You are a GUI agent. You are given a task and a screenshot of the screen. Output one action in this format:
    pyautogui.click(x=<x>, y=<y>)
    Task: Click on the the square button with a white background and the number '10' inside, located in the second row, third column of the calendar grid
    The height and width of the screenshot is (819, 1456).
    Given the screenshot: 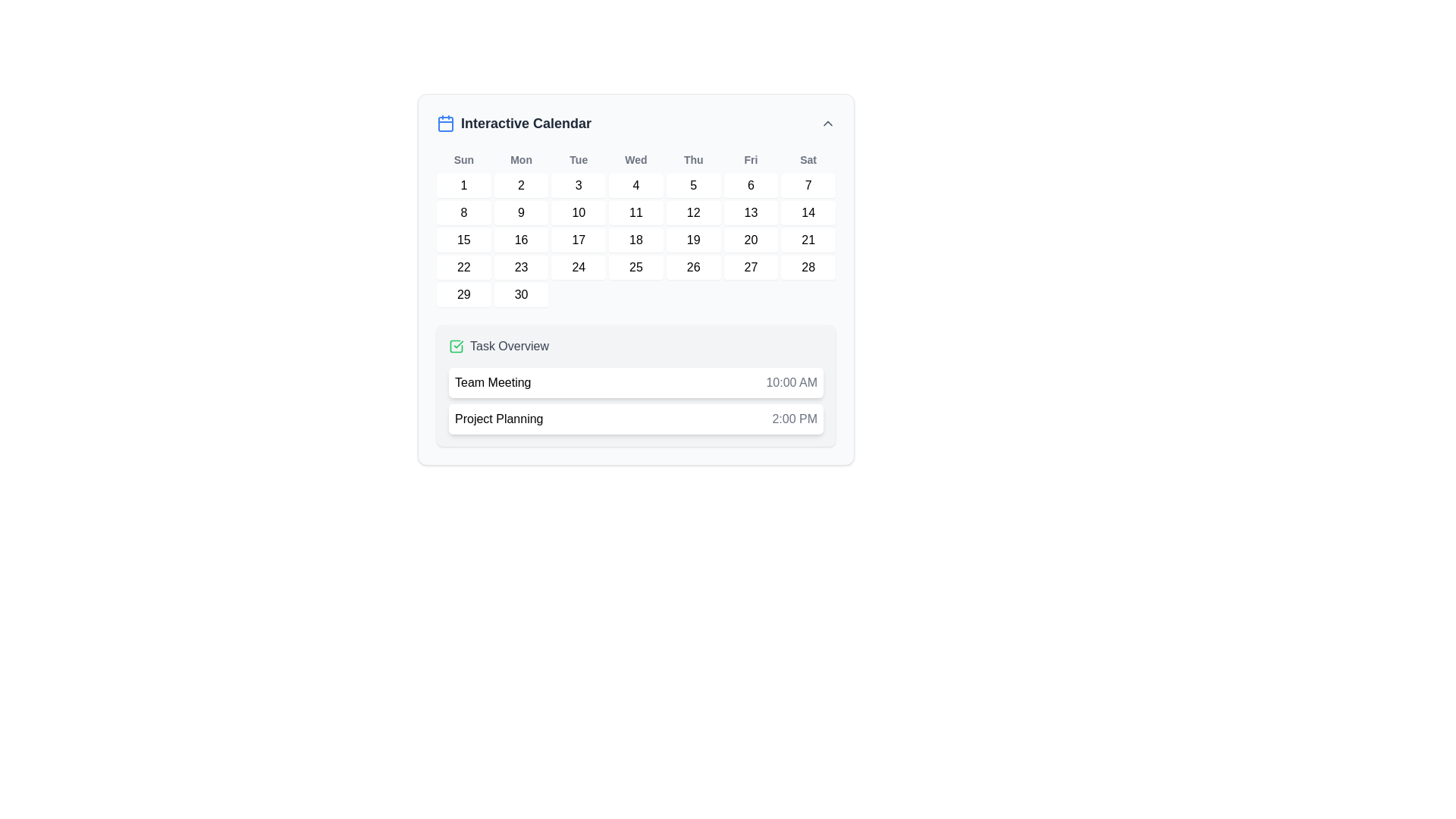 What is the action you would take?
    pyautogui.click(x=578, y=213)
    